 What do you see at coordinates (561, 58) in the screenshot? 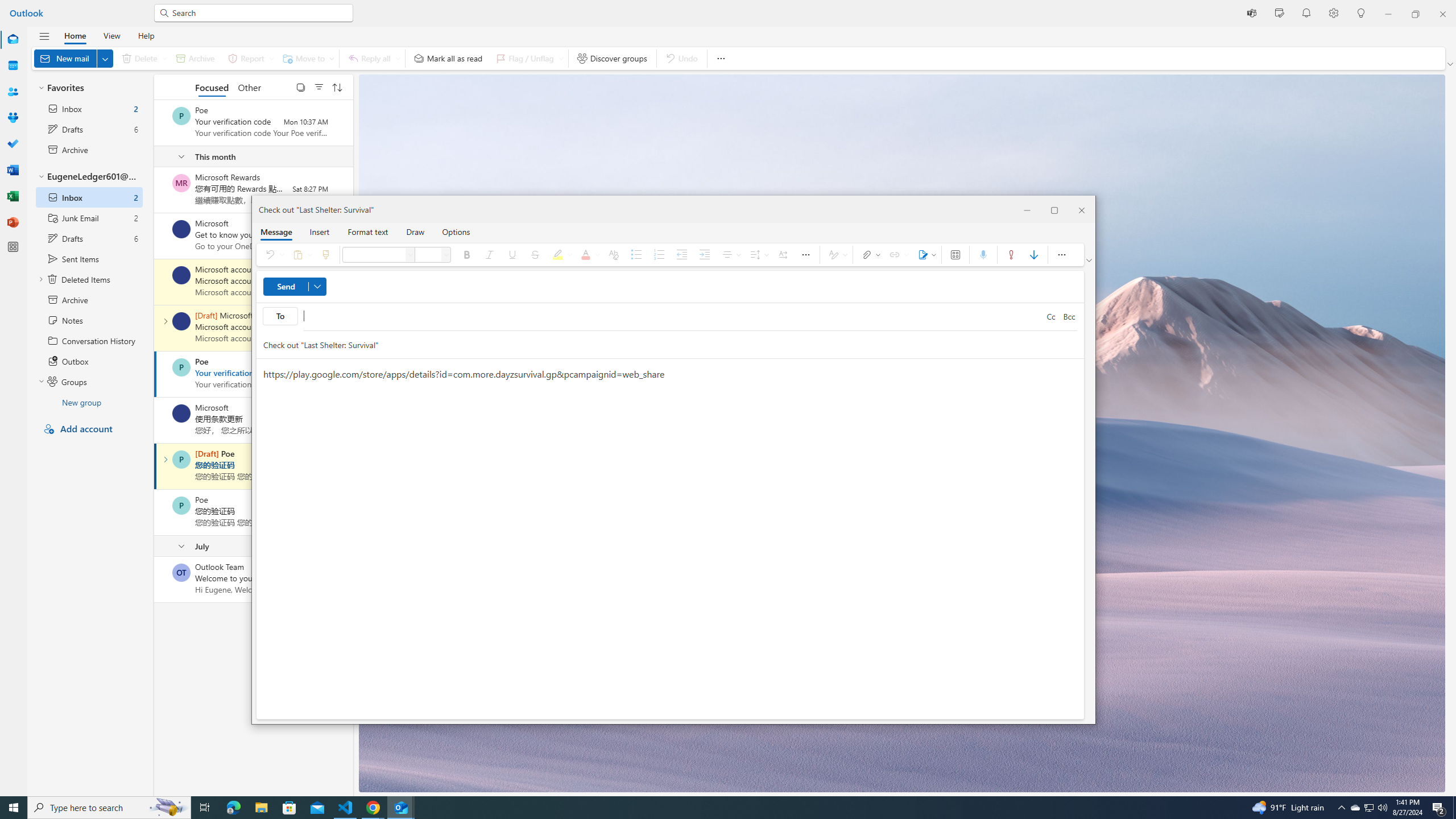
I see `'Expand to see flag options'` at bounding box center [561, 58].